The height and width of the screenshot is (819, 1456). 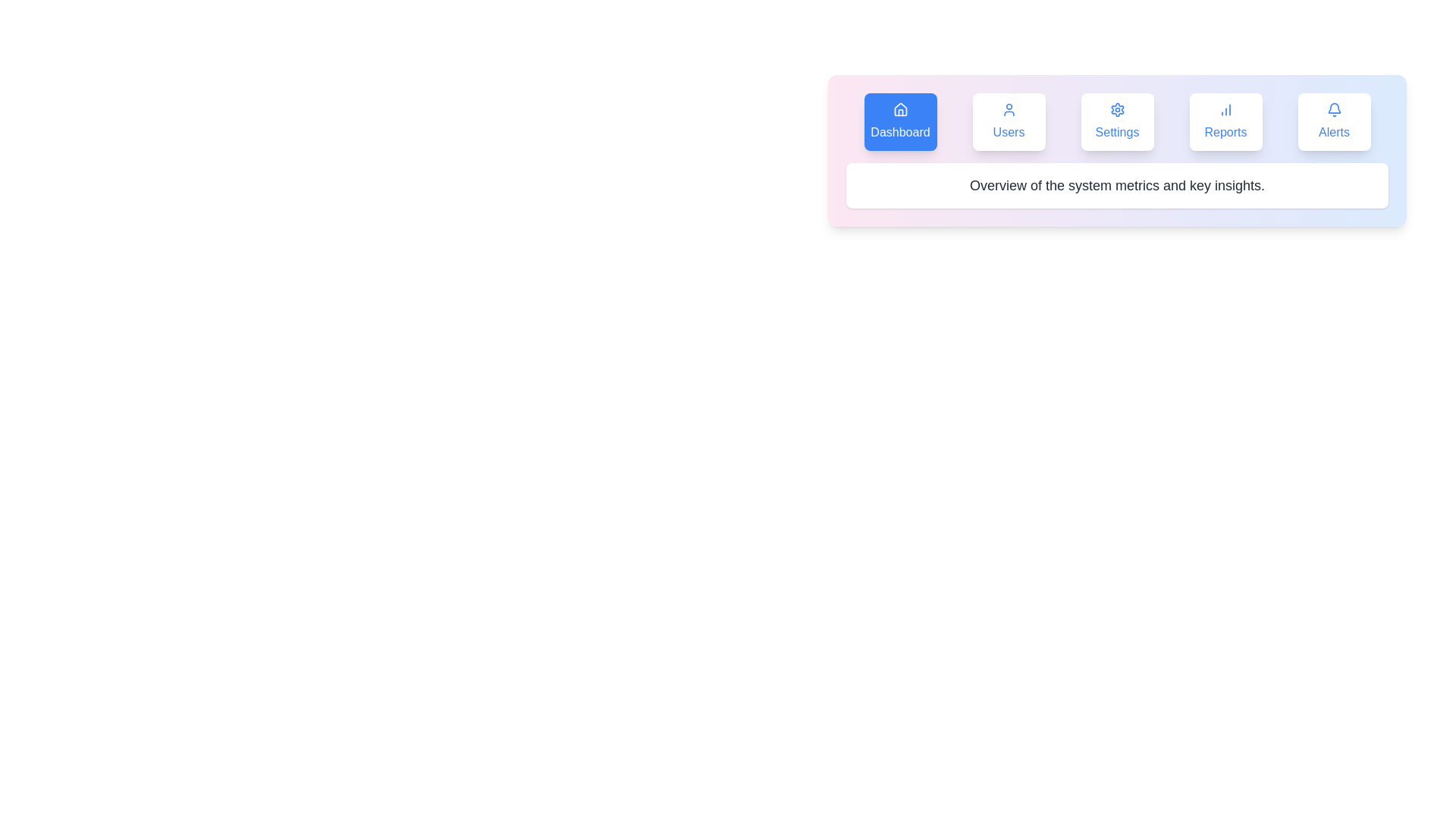 I want to click on the 'Settings' text label, which is styled in blue and positioned beneath the settings cogwheel icon in the navigation interface, so click(x=1117, y=131).